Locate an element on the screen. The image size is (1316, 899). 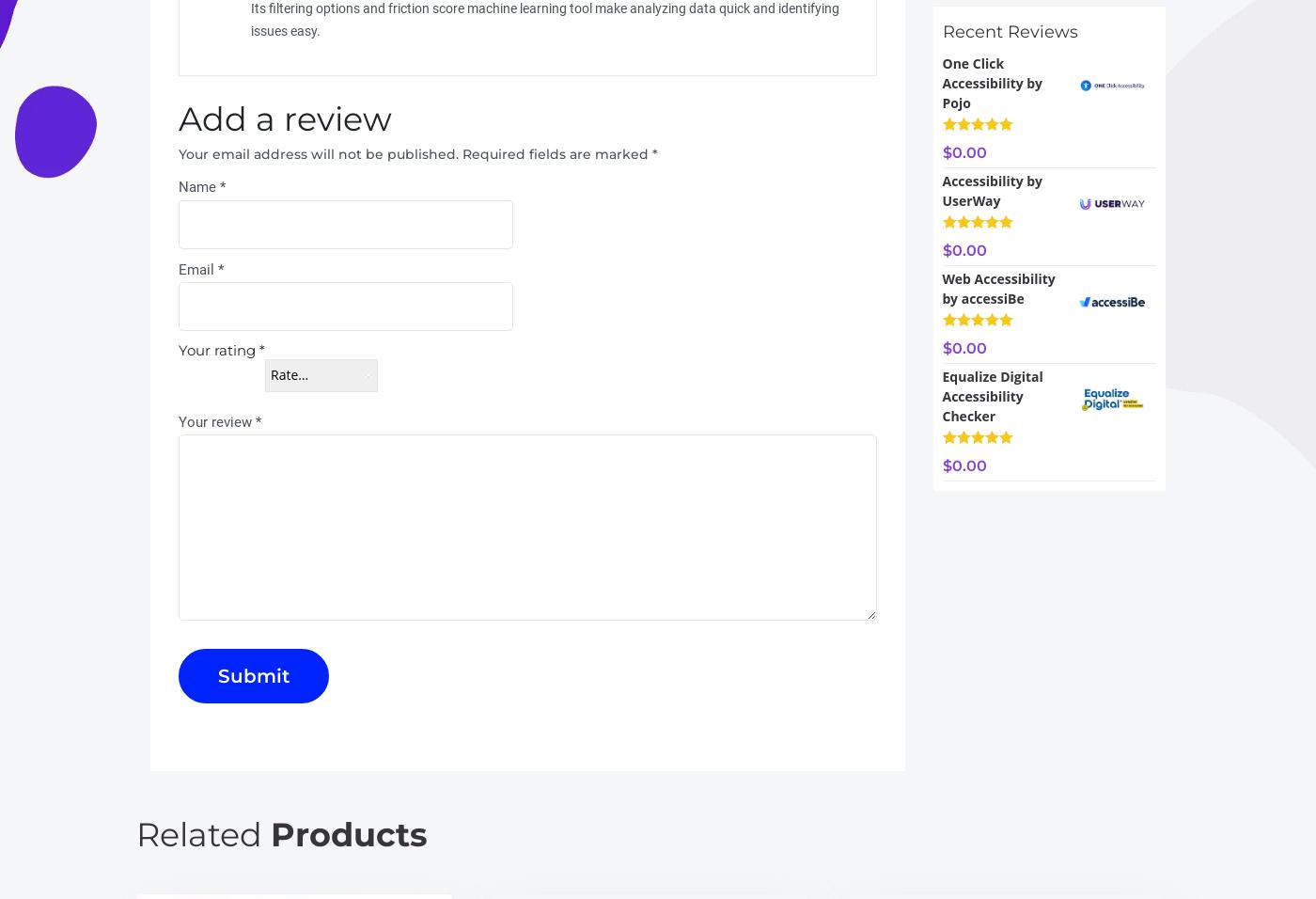
'Required fields are marked' is located at coordinates (557, 153).